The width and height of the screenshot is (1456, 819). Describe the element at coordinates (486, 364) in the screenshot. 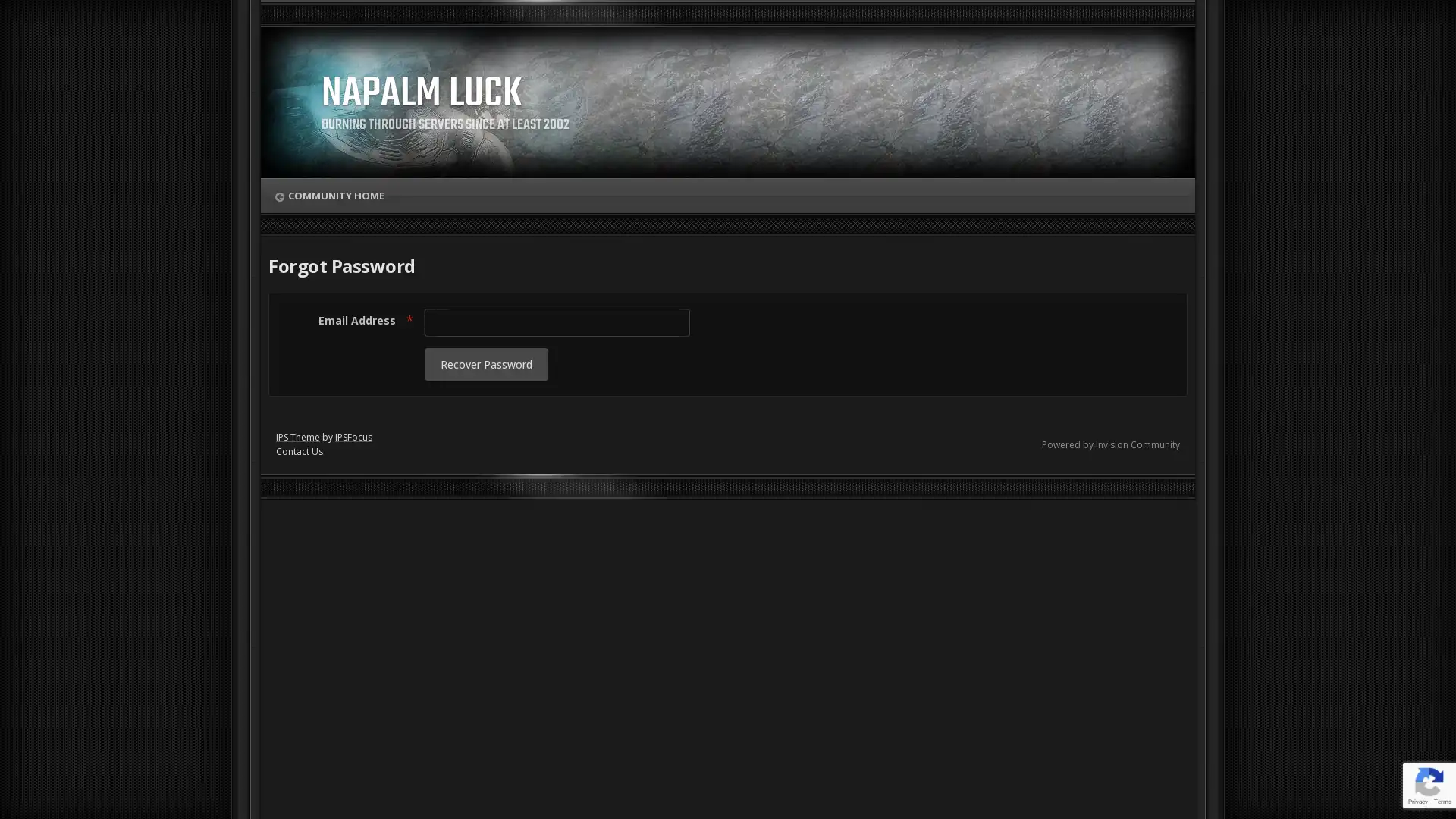

I see `Recover Password` at that location.